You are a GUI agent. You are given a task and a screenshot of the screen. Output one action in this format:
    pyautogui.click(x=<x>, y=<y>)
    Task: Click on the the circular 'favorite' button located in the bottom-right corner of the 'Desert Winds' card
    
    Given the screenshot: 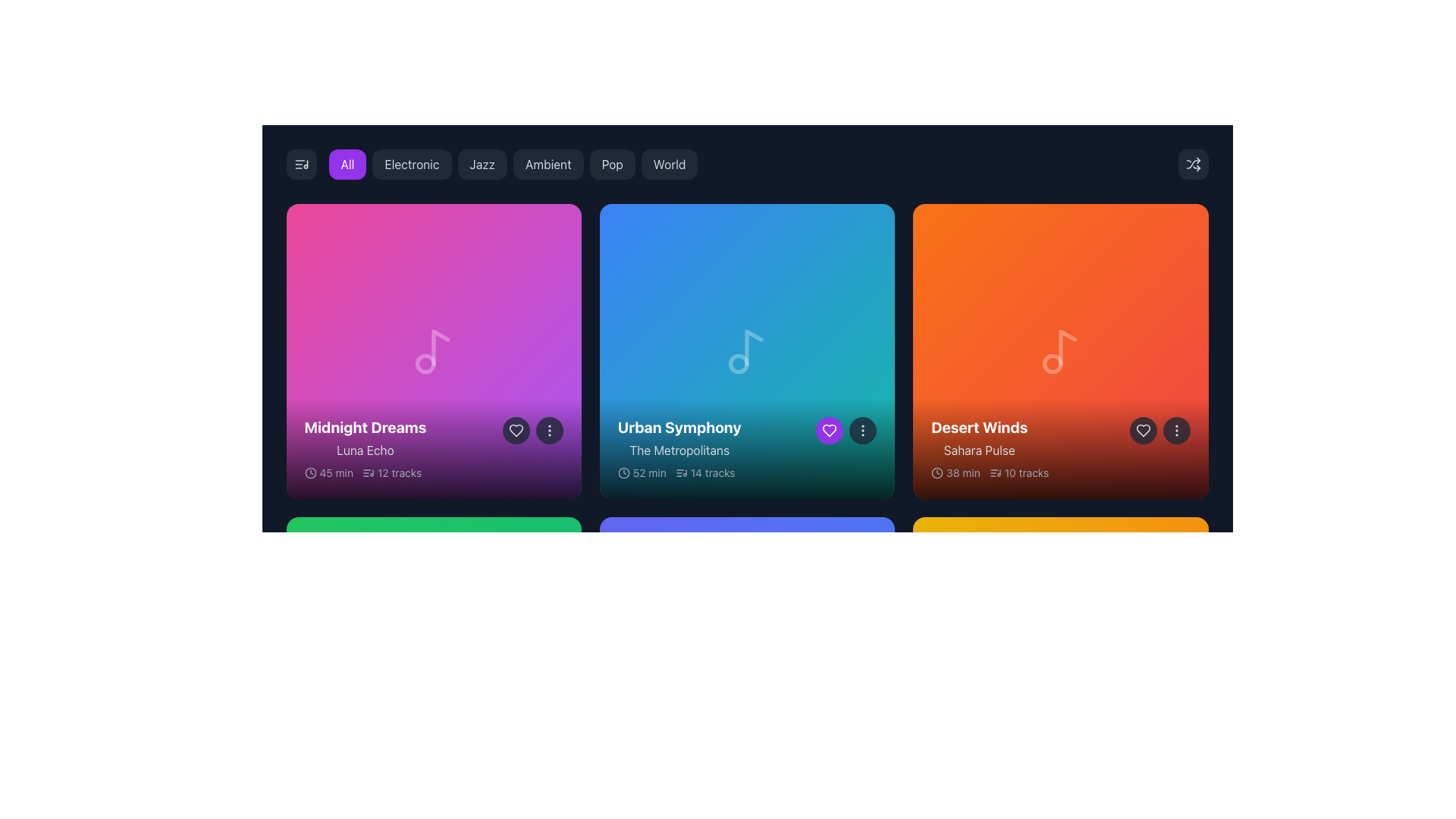 What is the action you would take?
    pyautogui.click(x=1143, y=431)
    